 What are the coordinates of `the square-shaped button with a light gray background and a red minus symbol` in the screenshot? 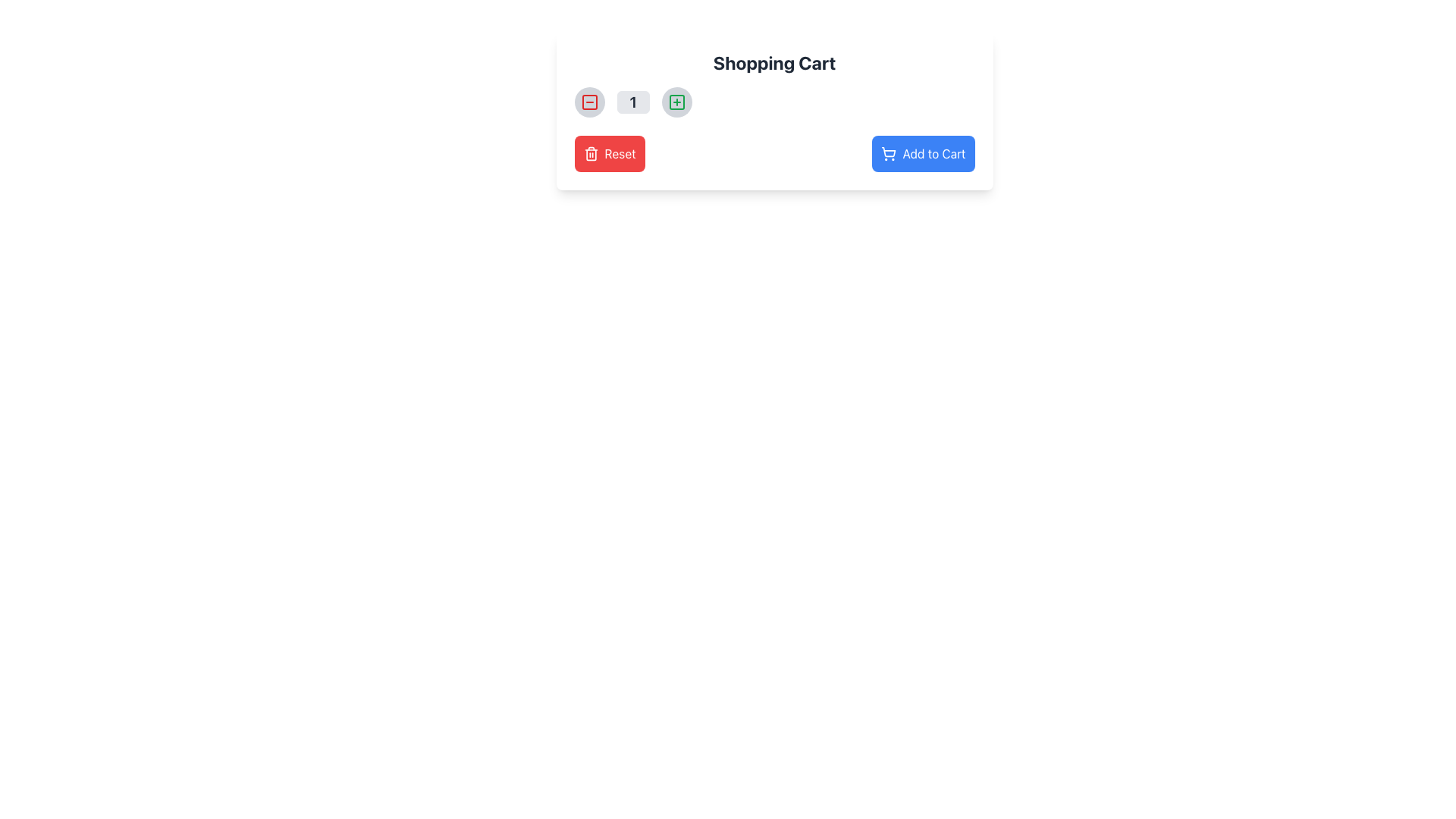 It's located at (588, 102).